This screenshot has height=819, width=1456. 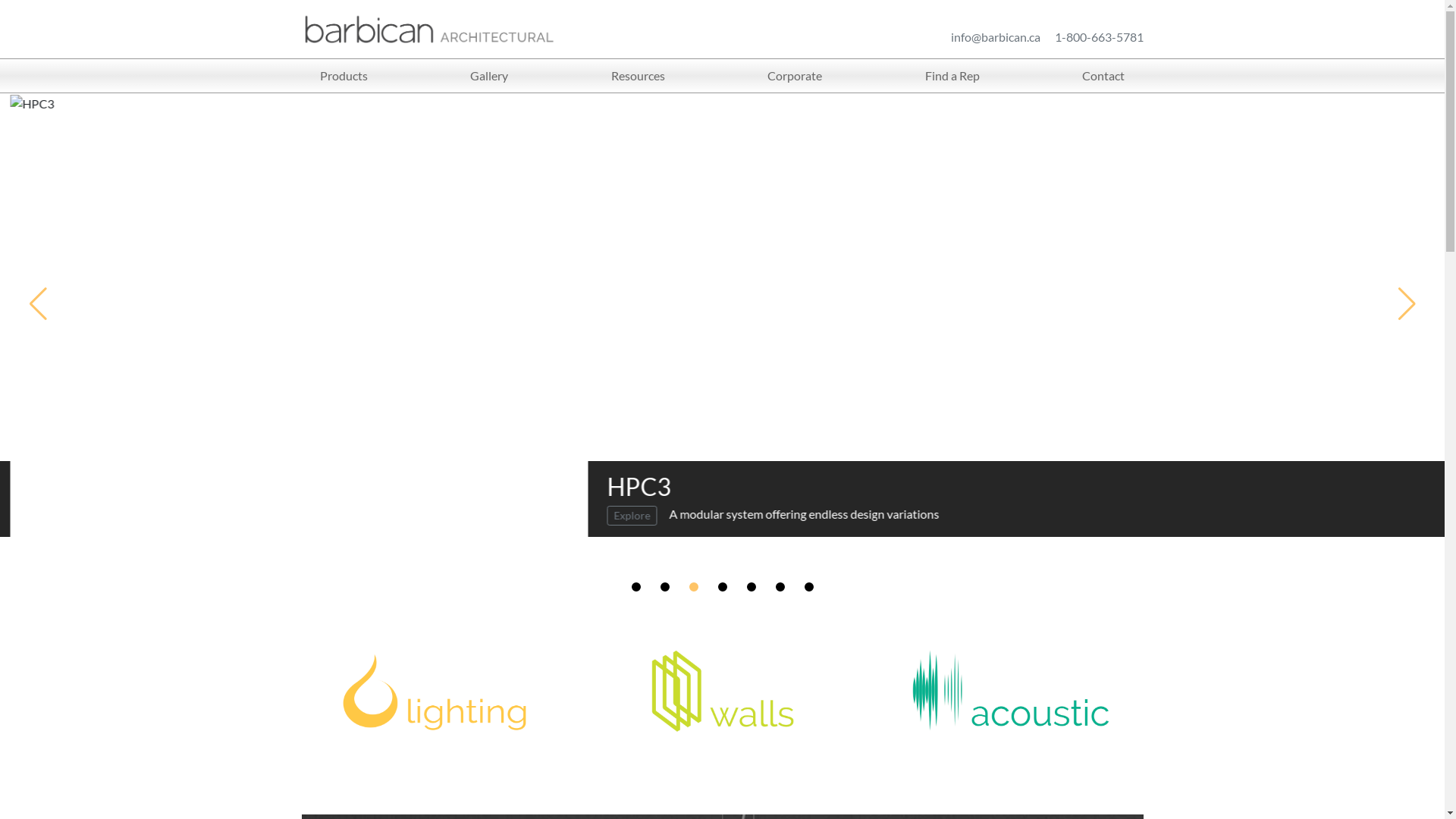 I want to click on 'Resources', so click(x=638, y=76).